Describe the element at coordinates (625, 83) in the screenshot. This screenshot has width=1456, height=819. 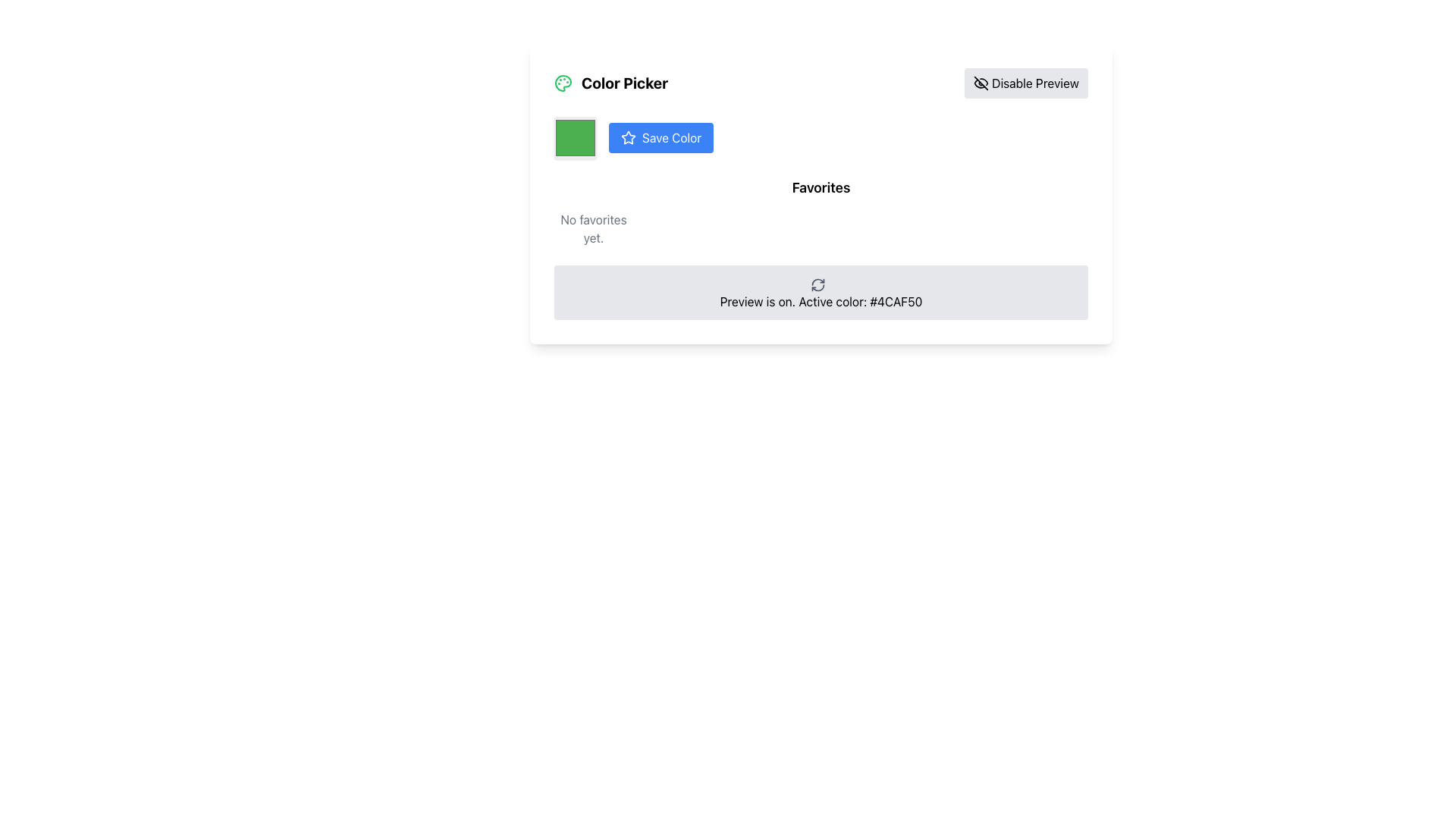
I see `the 'Color Picker' text label, which is bold, extra-large, and styled in a sans-serif font, positioned to the right of a palette icon in the top-left section of the interface` at that location.